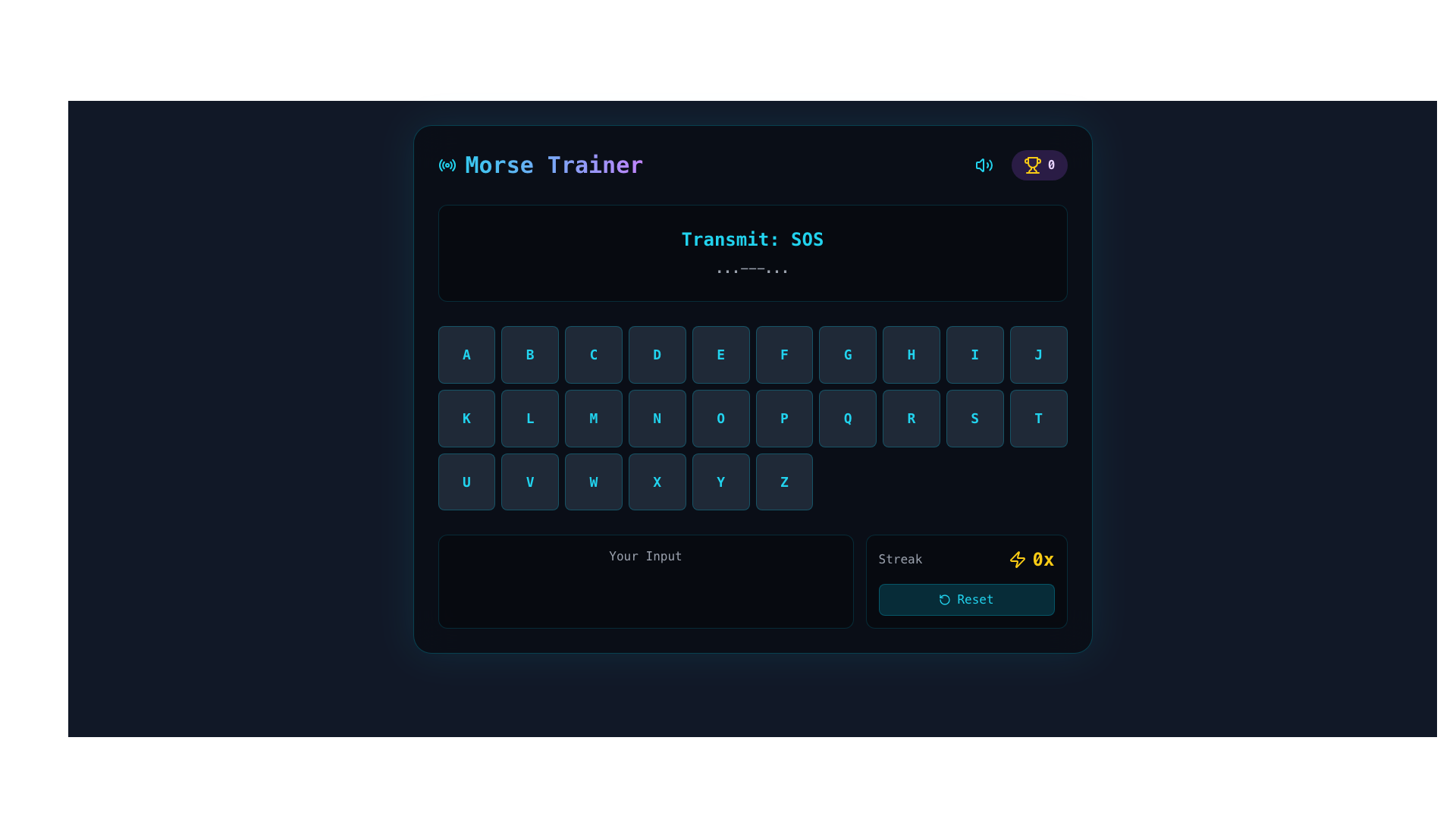 This screenshot has width=1456, height=819. Describe the element at coordinates (752, 418) in the screenshot. I see `a key in the Morse code training application's grid, located centrally below the 'Transmit: SOS' section` at that location.